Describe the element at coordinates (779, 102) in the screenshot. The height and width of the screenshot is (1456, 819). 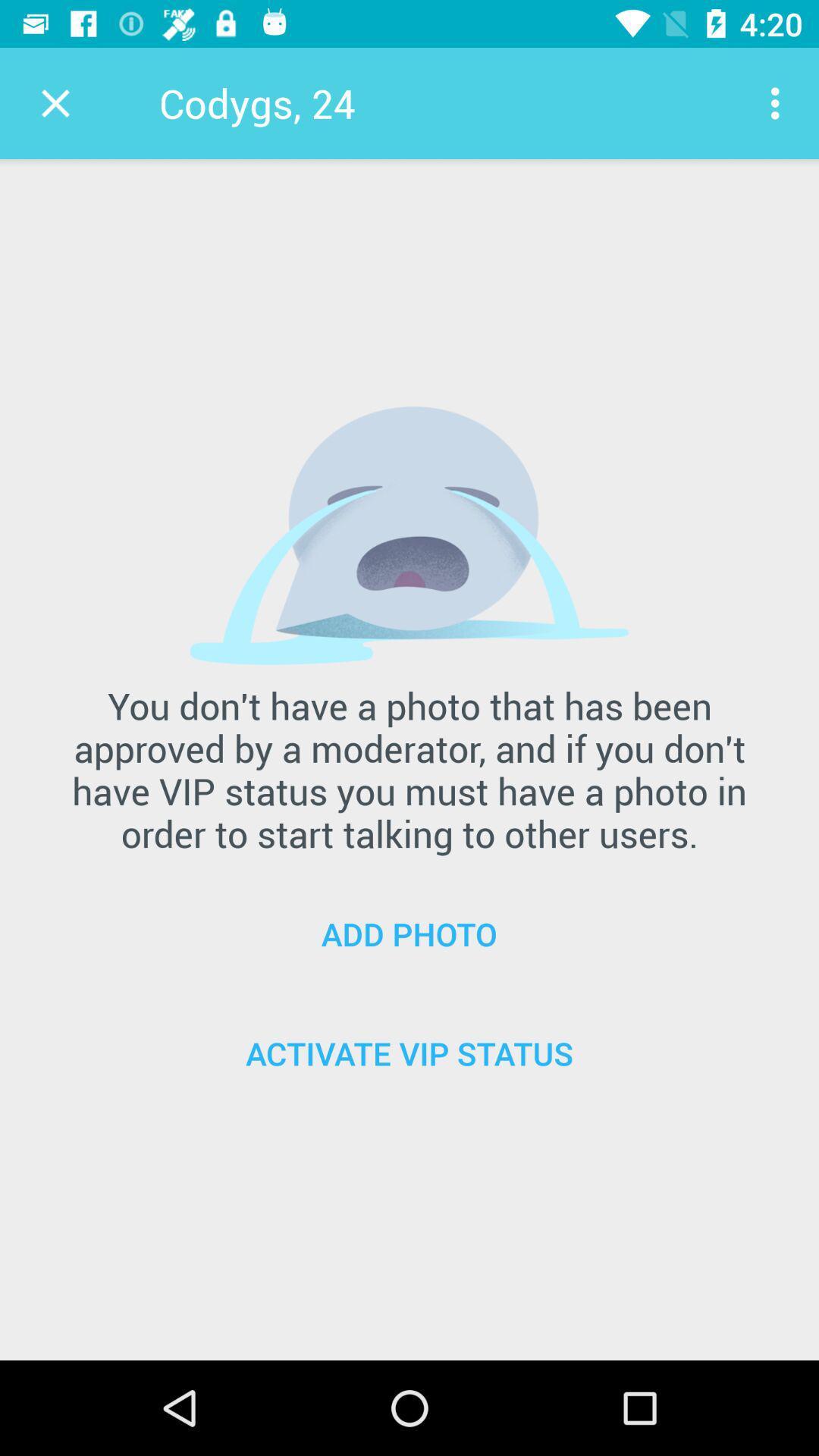
I see `item to the right of the codygs, 24` at that location.